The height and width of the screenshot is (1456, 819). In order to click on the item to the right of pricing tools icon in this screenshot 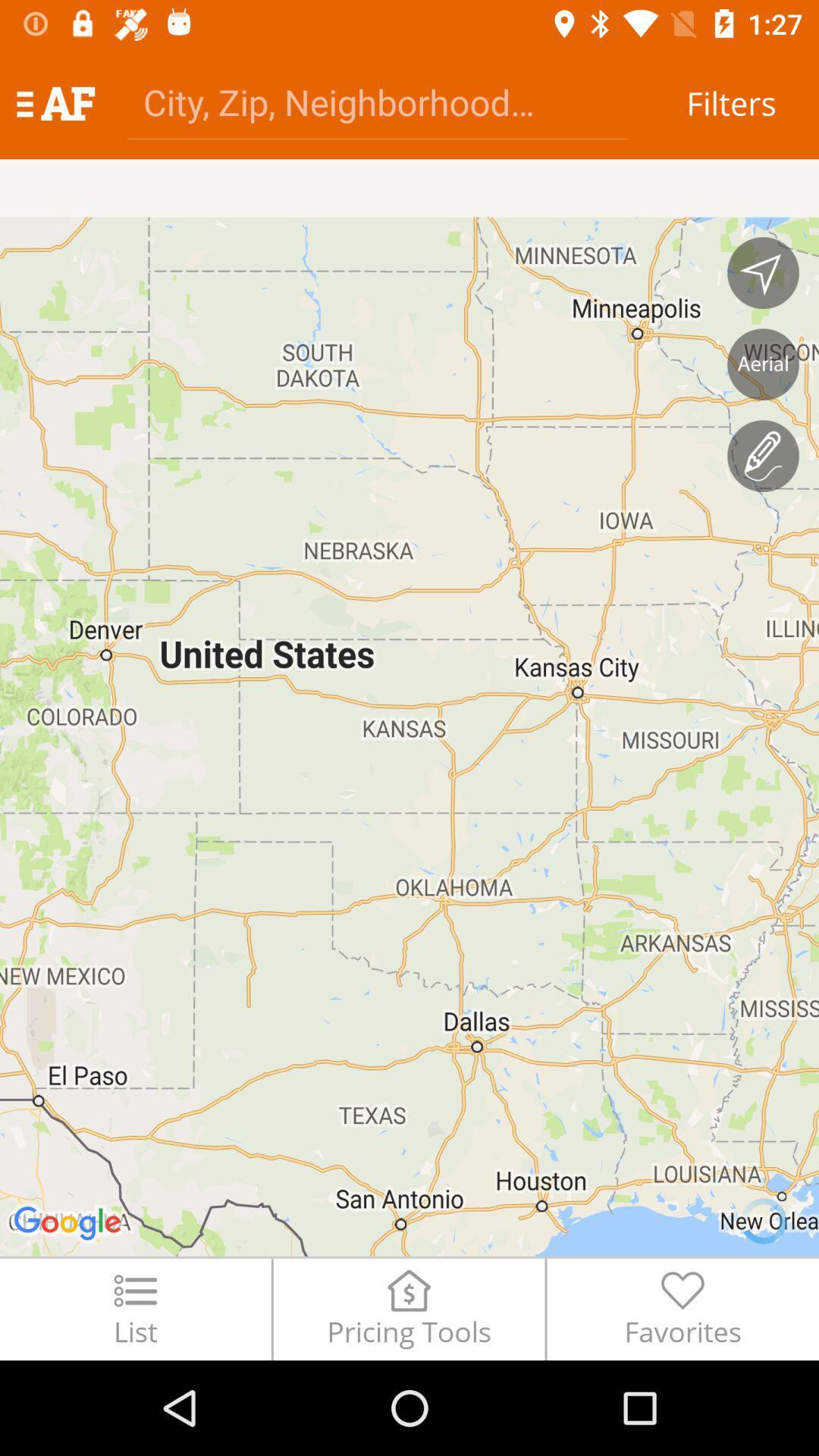, I will do `click(682, 1308)`.